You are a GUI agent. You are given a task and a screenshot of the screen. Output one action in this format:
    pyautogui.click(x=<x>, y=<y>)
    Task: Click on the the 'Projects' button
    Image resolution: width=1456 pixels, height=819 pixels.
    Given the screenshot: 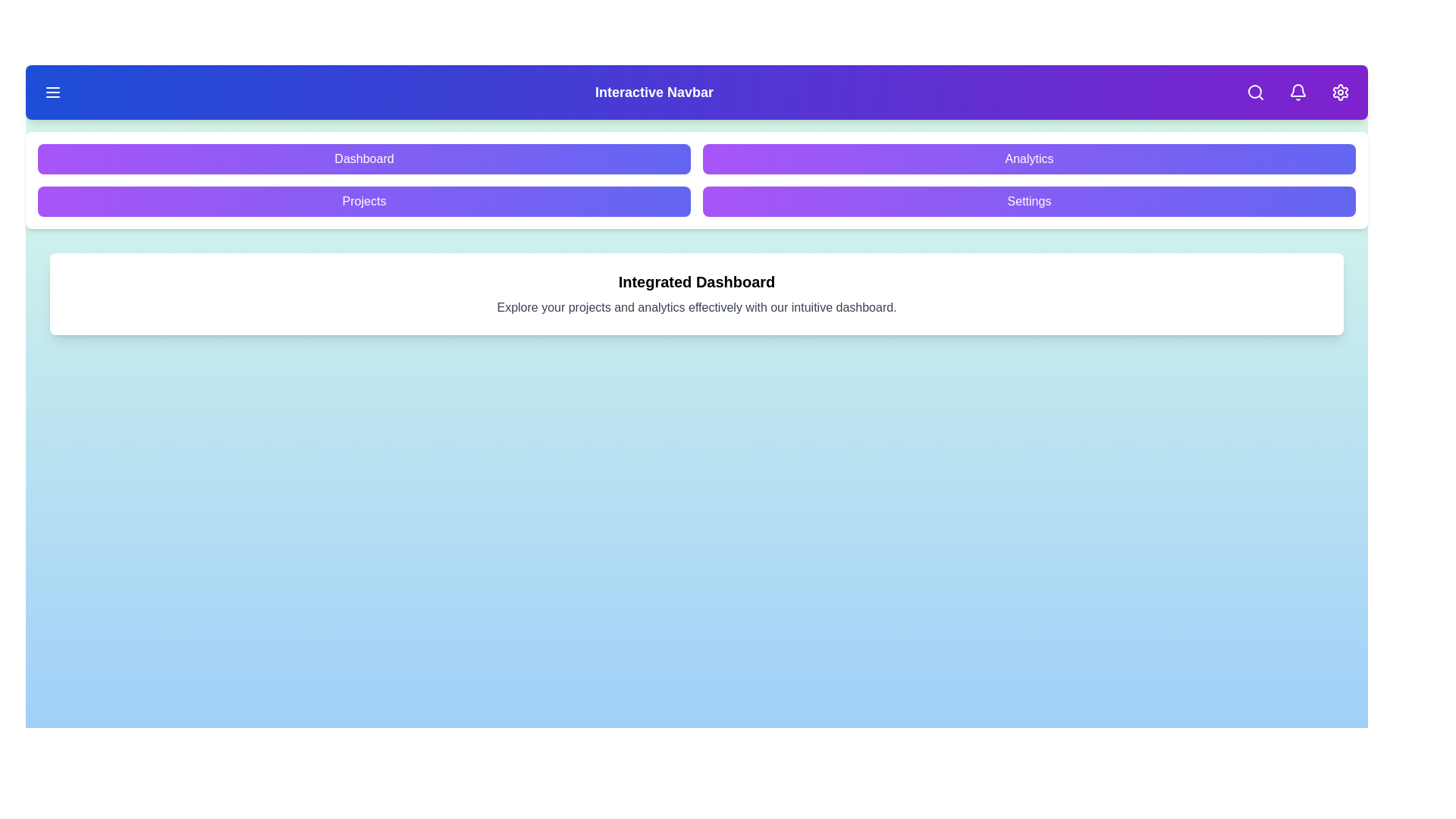 What is the action you would take?
    pyautogui.click(x=364, y=201)
    